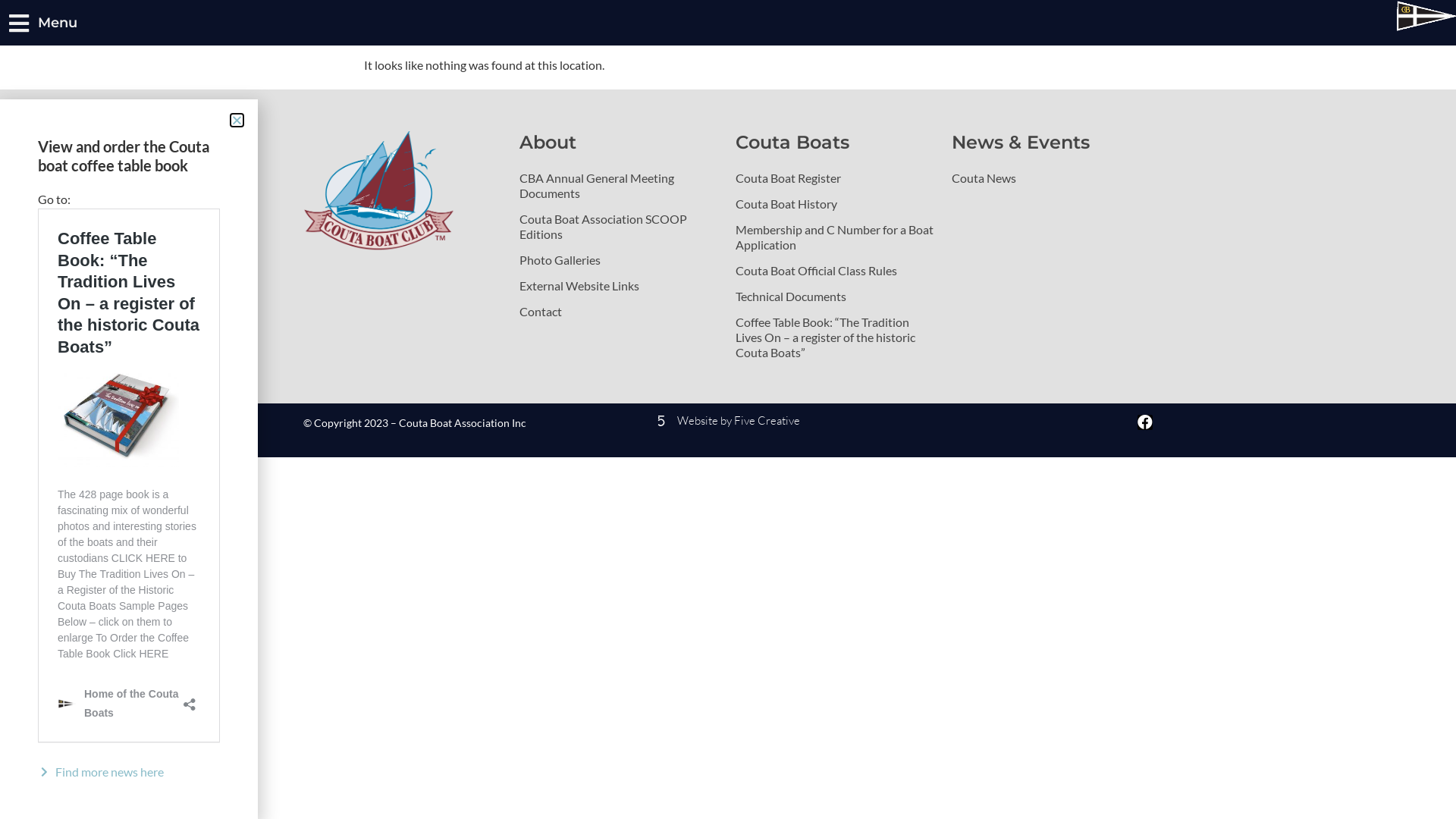  I want to click on 'Find more news here', so click(128, 772).